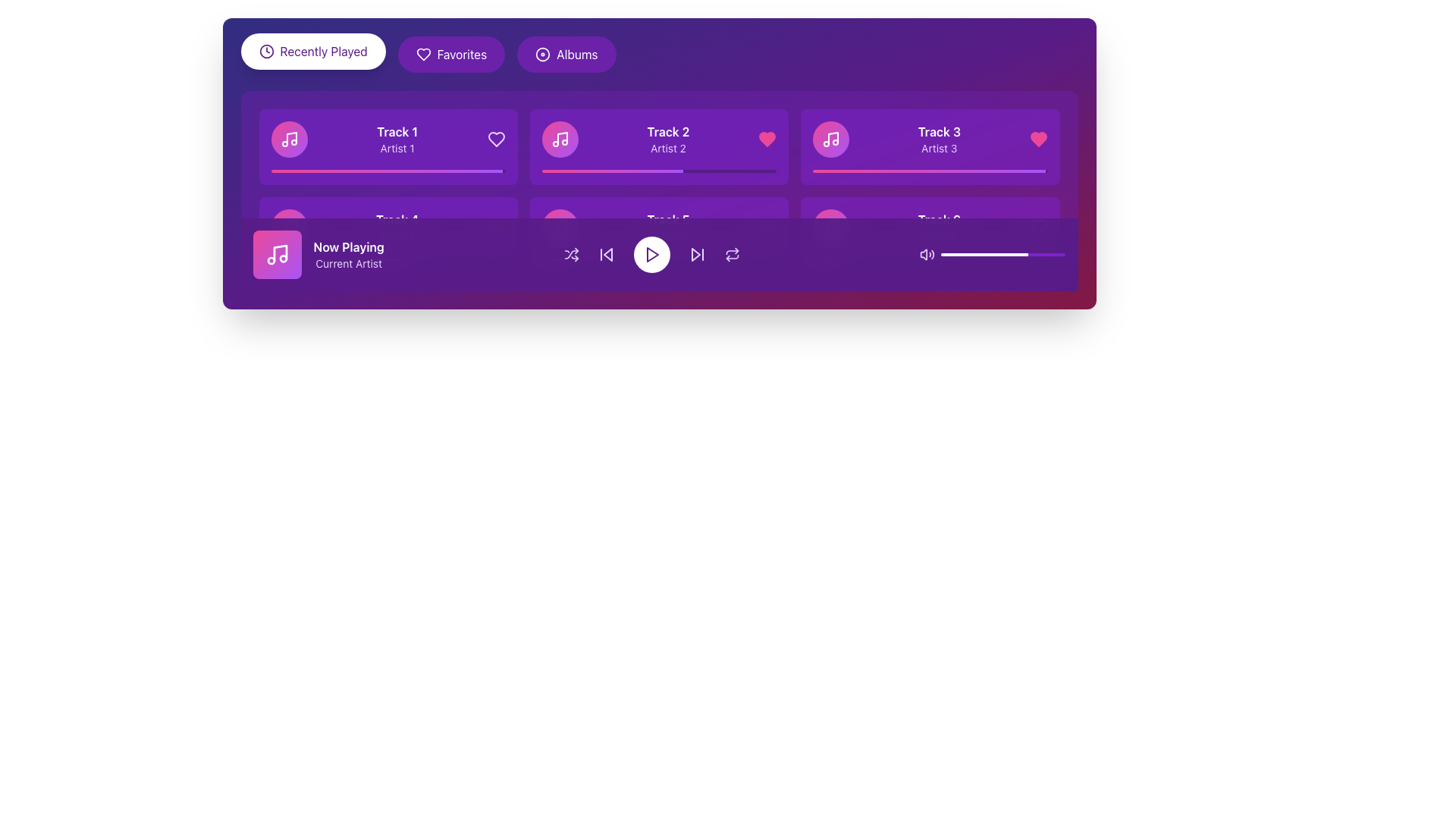 Image resolution: width=1456 pixels, height=819 pixels. Describe the element at coordinates (667, 140) in the screenshot. I see `the Text label that displays 'Track 2' and 'Artist 2'` at that location.